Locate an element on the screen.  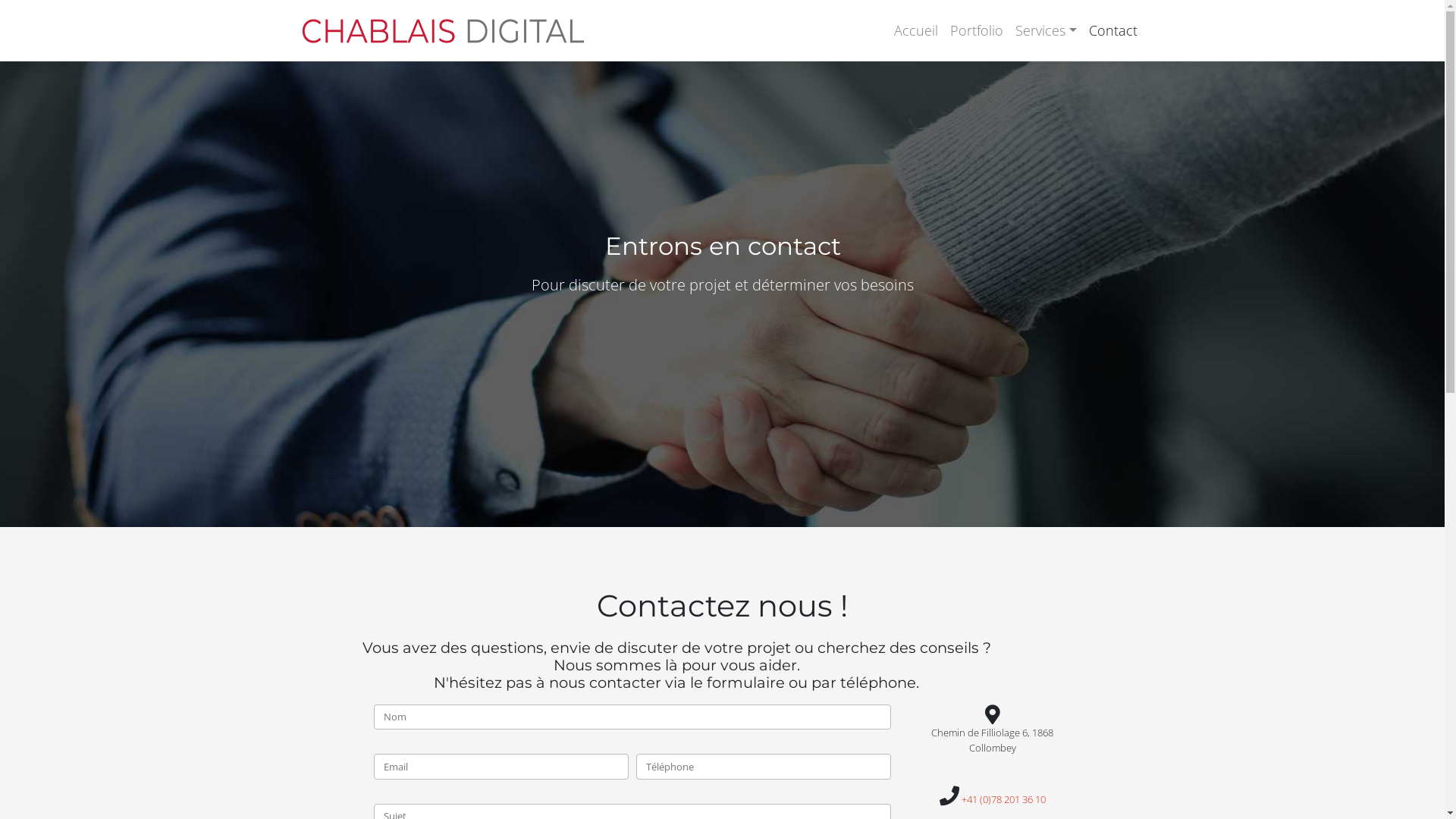
'Accueil' is located at coordinates (915, 30).